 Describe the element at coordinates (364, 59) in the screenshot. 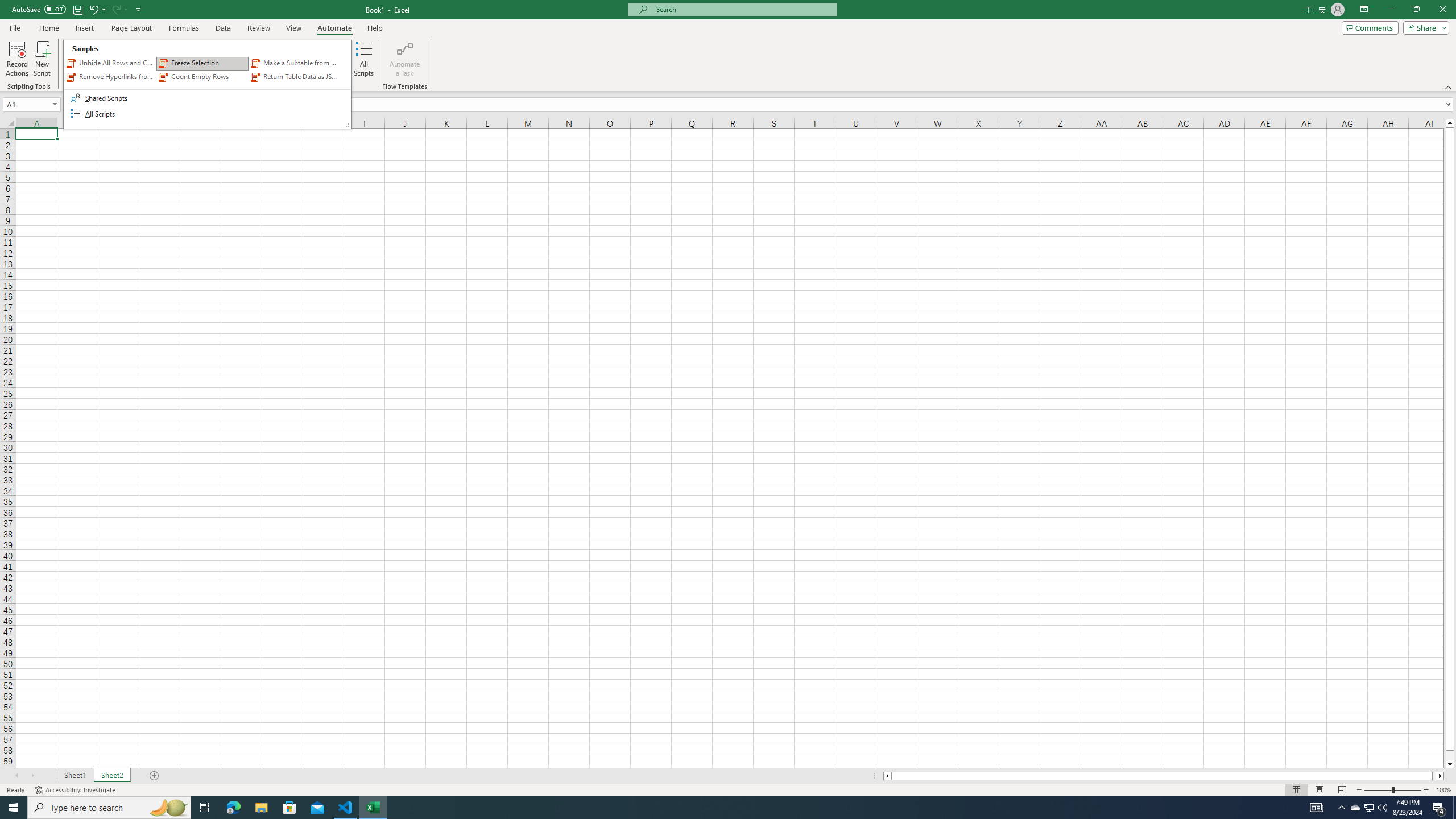

I see `'All Scripts'` at that location.